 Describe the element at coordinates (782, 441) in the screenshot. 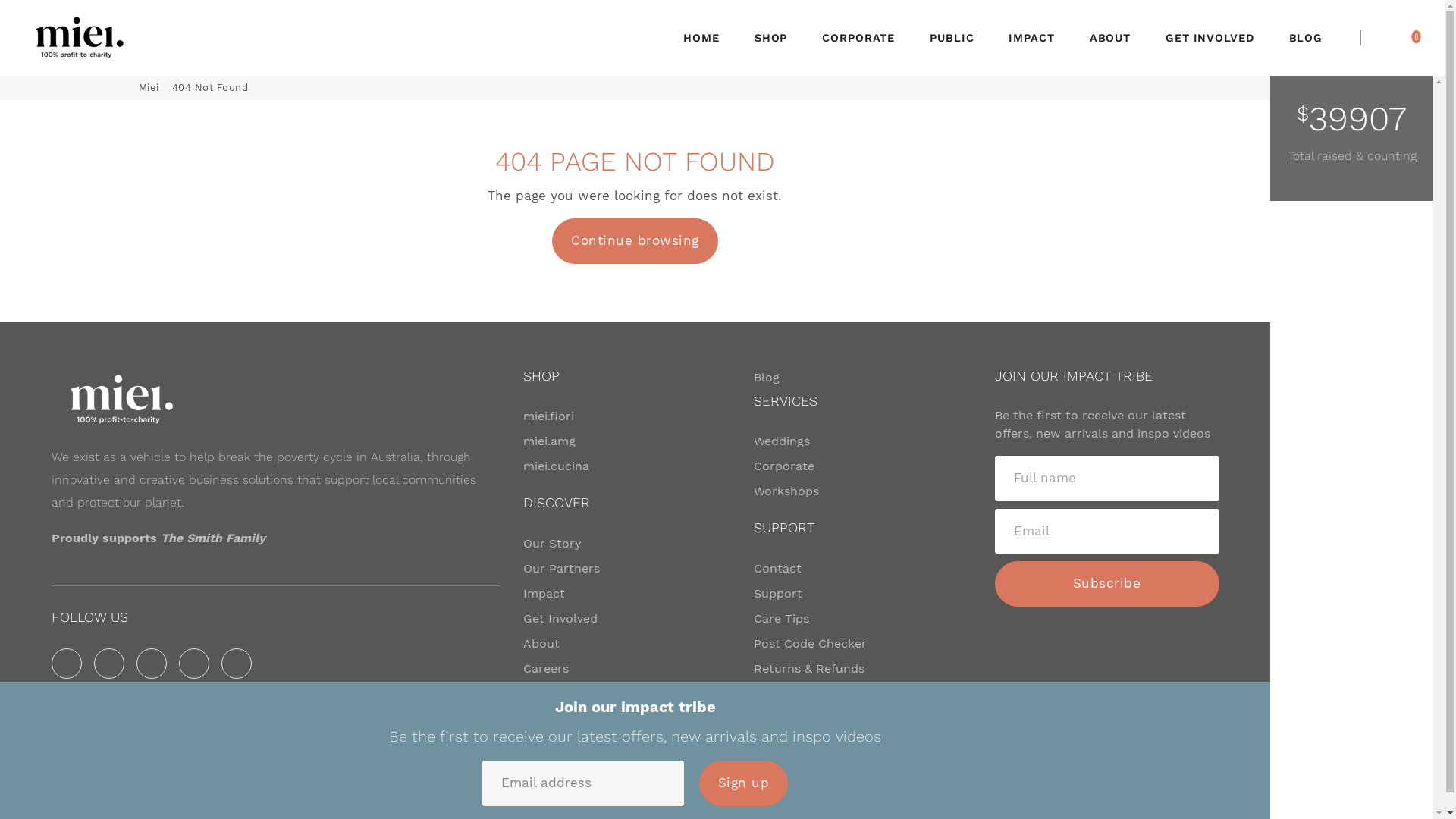

I see `'Weddings'` at that location.